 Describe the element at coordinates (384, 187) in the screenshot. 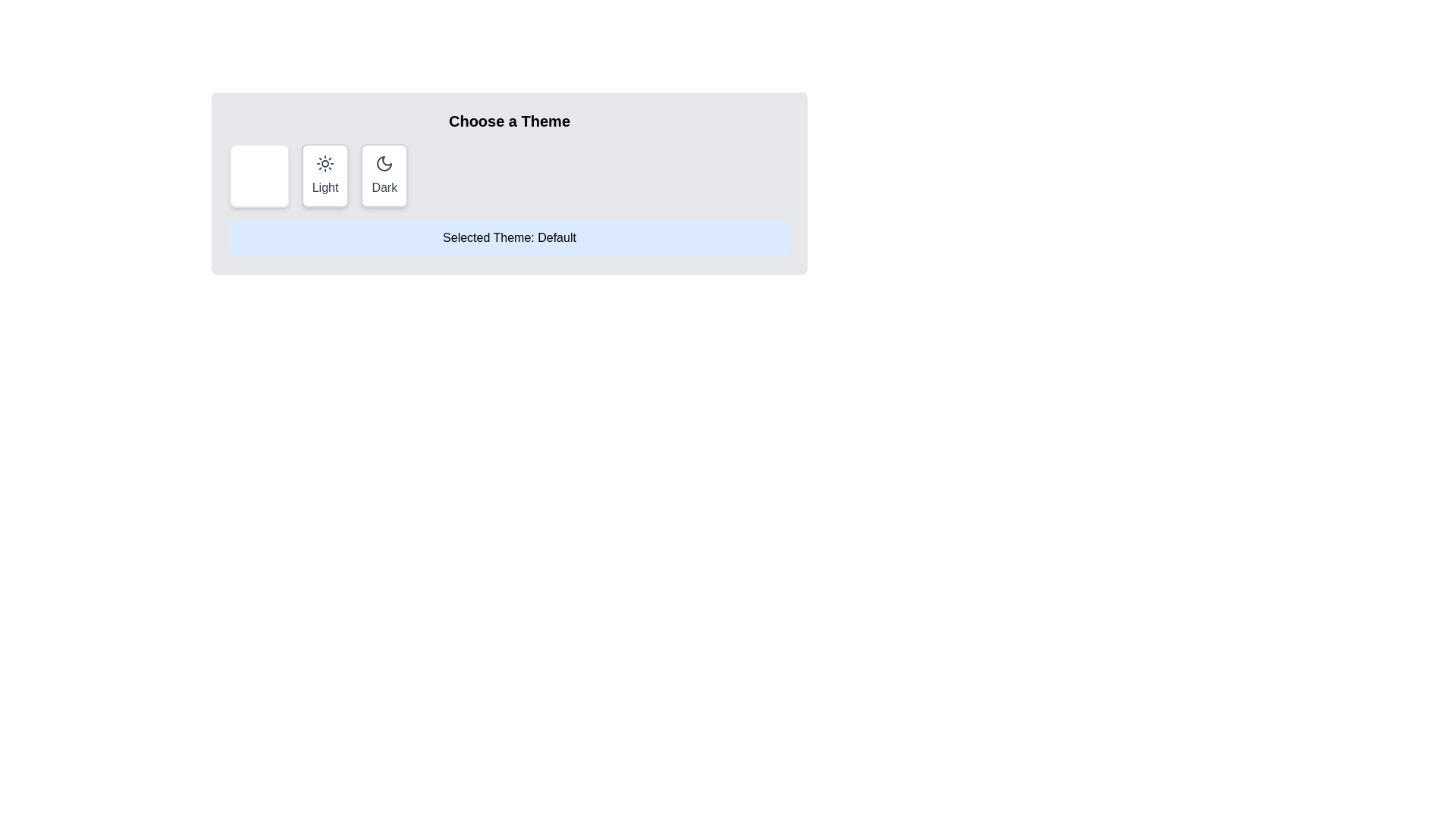

I see `the text label reading 'Dark' which is part of the theme selection section and located towards the upper-right portion of the page` at that location.